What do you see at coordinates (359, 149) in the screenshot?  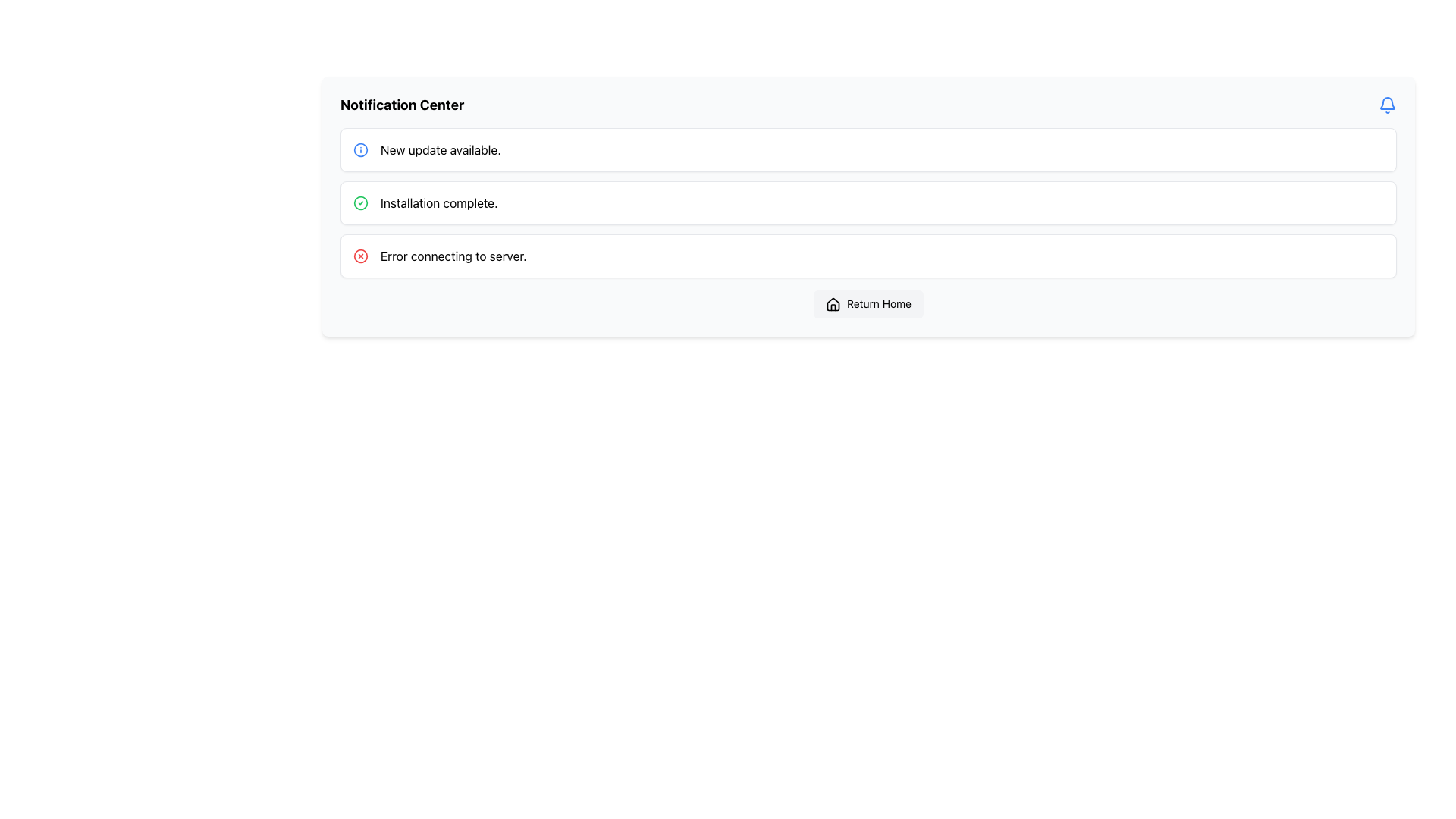 I see `the circular SVG graphic icon in the first notification entry of the notification center titled 'New update available.'` at bounding box center [359, 149].